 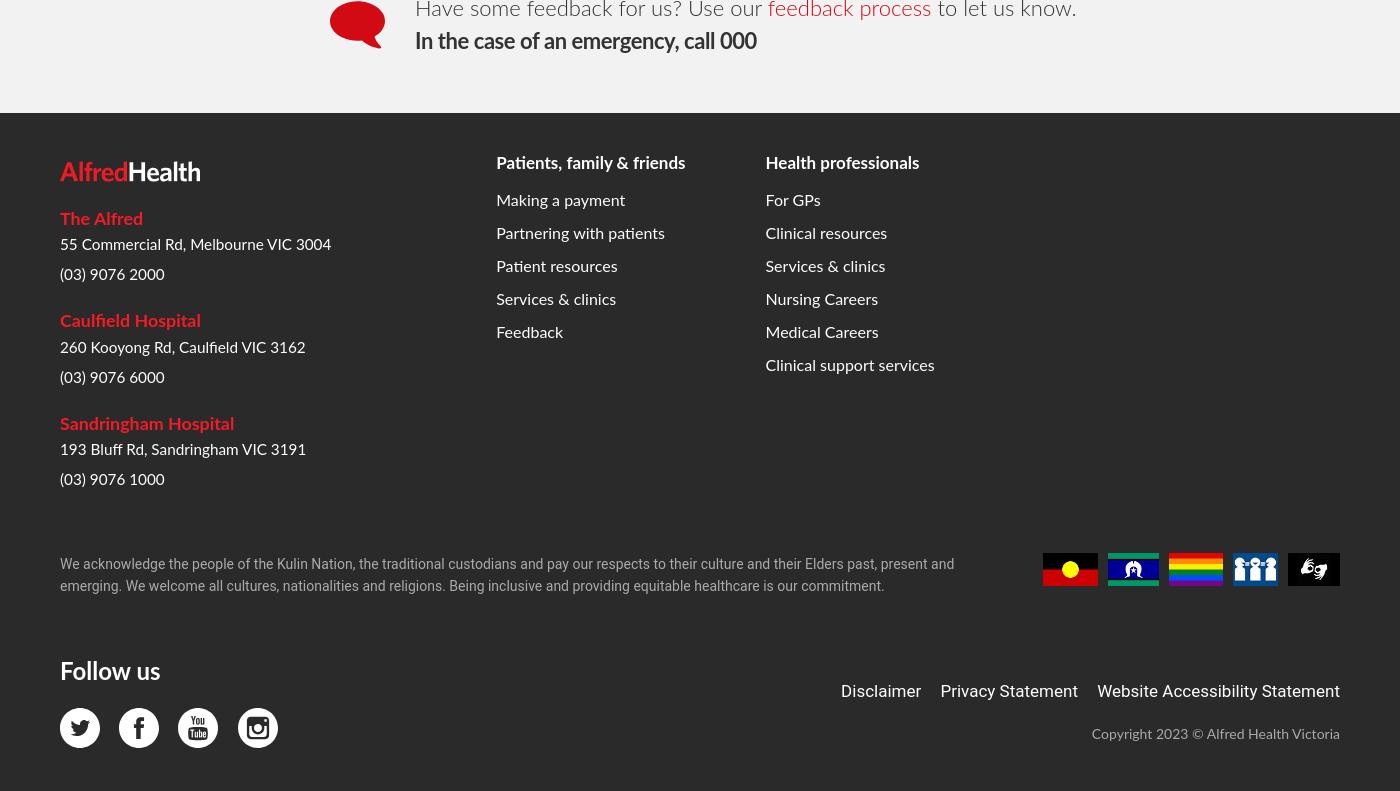 What do you see at coordinates (147, 101) in the screenshot?
I see `'Sandringham Hospital'` at bounding box center [147, 101].